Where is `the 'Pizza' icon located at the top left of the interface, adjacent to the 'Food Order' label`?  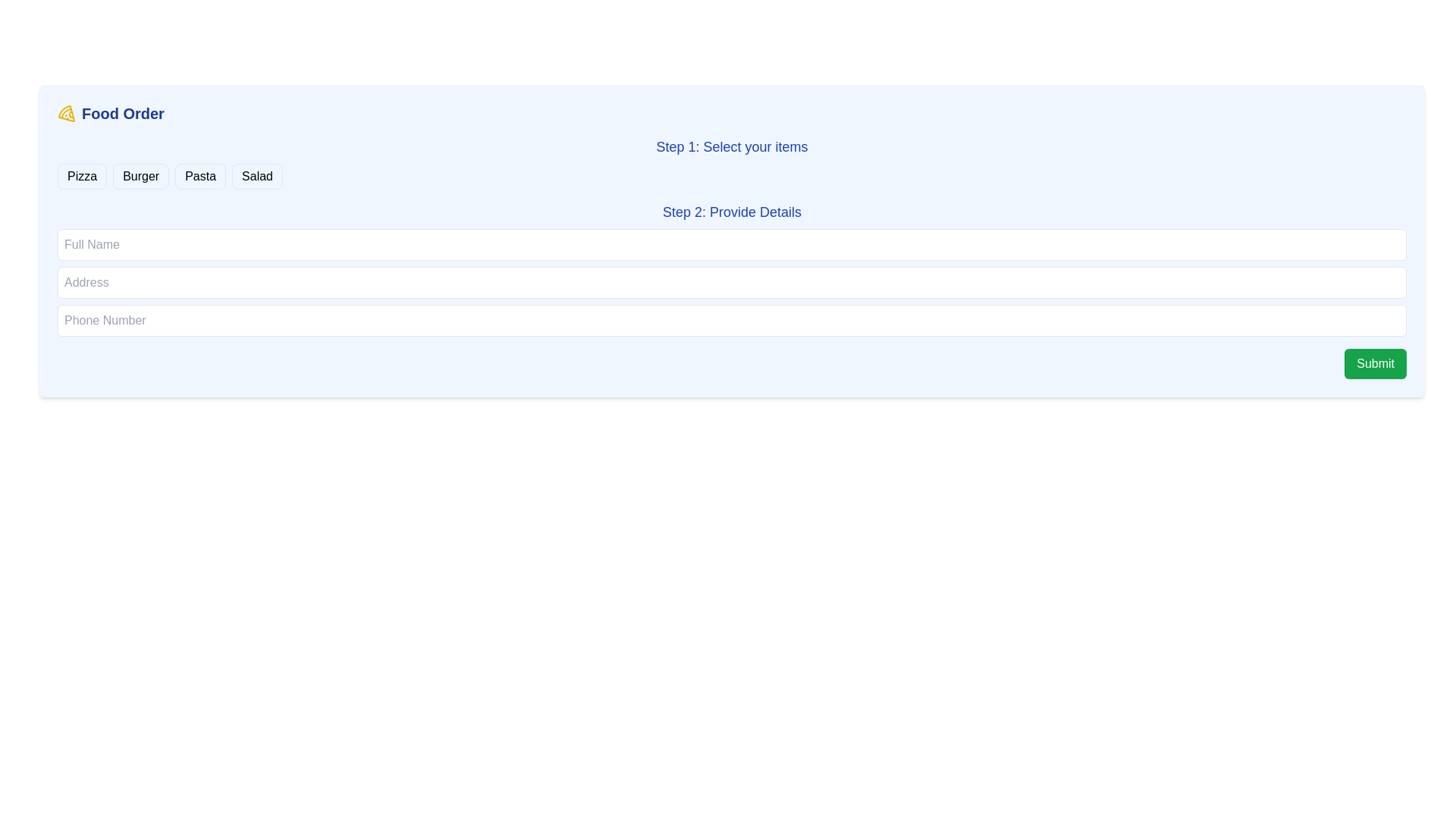 the 'Pizza' icon located at the top left of the interface, adjacent to the 'Food Order' label is located at coordinates (65, 113).